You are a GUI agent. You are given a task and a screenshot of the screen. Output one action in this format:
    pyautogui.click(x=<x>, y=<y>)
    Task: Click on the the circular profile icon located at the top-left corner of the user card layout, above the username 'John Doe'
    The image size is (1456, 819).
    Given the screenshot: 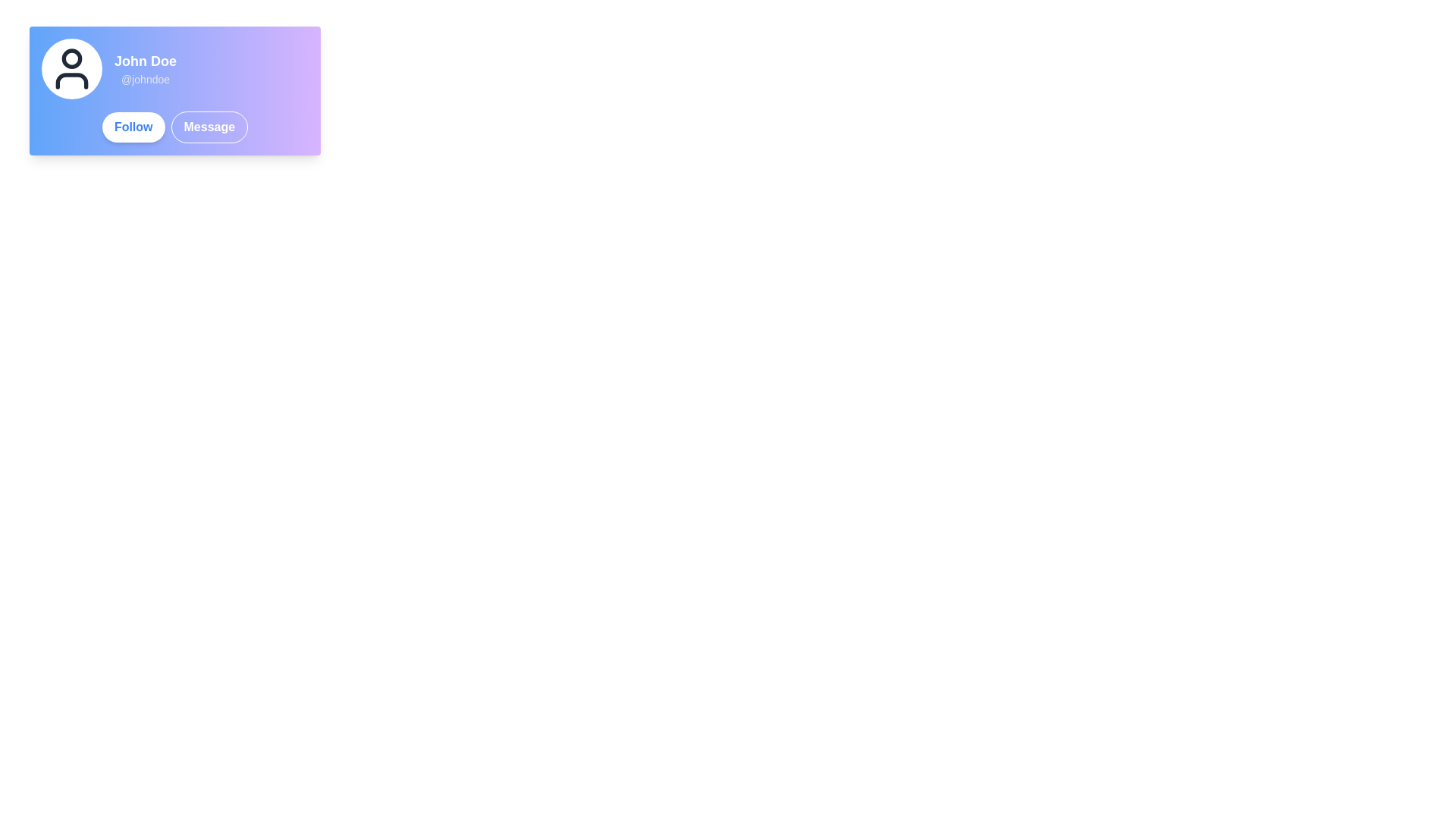 What is the action you would take?
    pyautogui.click(x=71, y=58)
    